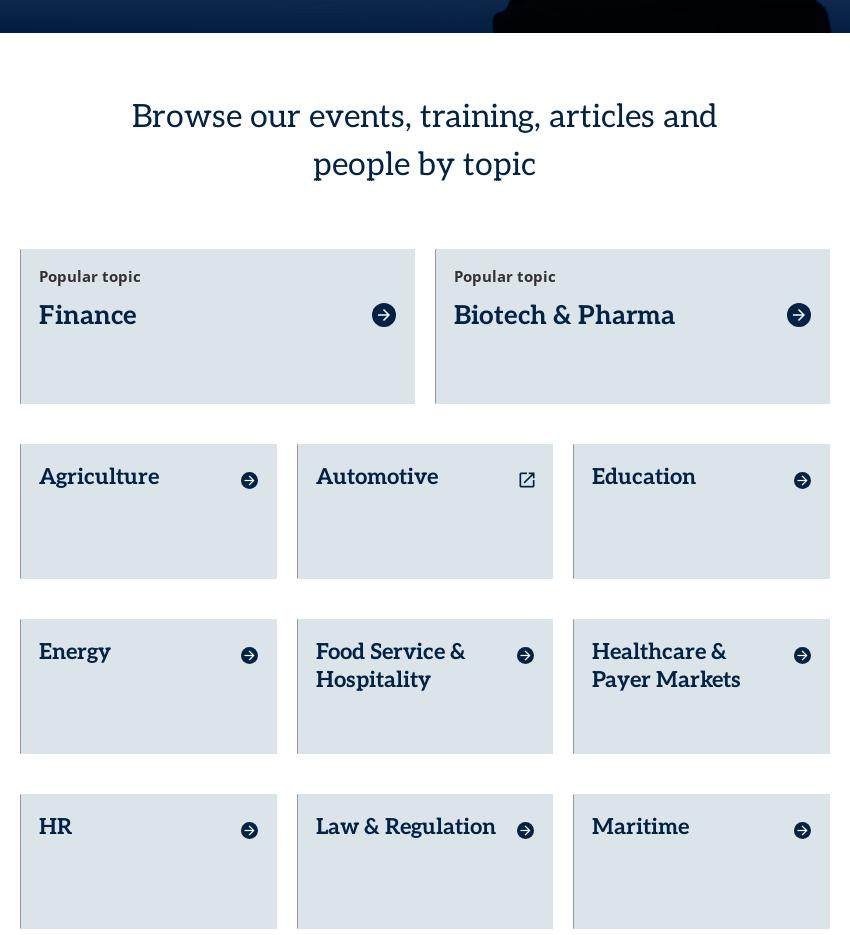 The height and width of the screenshot is (935, 850). Describe the element at coordinates (564, 279) in the screenshot. I see `'Biotech & Pharma'` at that location.